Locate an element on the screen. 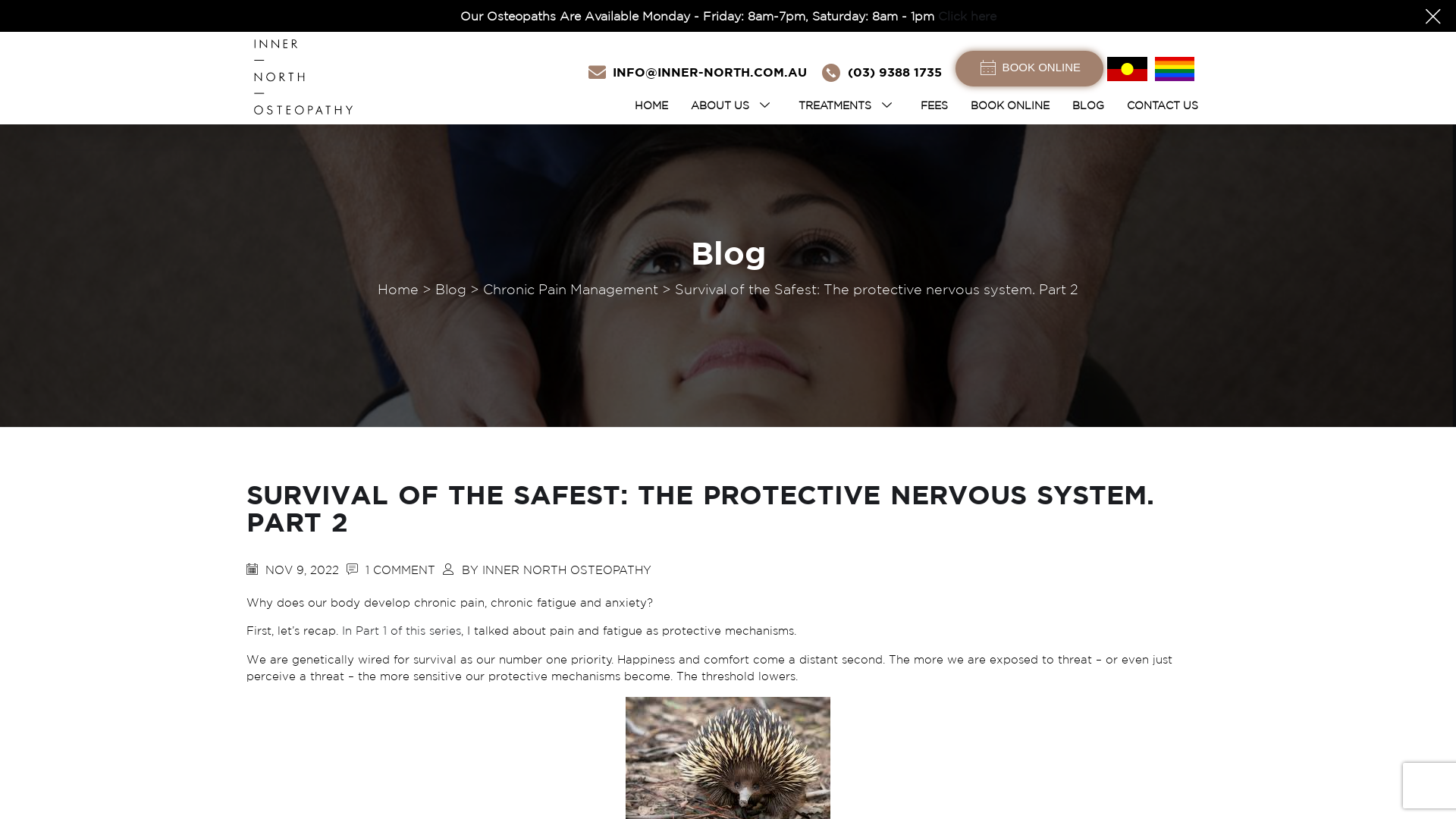 This screenshot has height=819, width=1456. 'BOOK ONLINE' is located at coordinates (1009, 104).